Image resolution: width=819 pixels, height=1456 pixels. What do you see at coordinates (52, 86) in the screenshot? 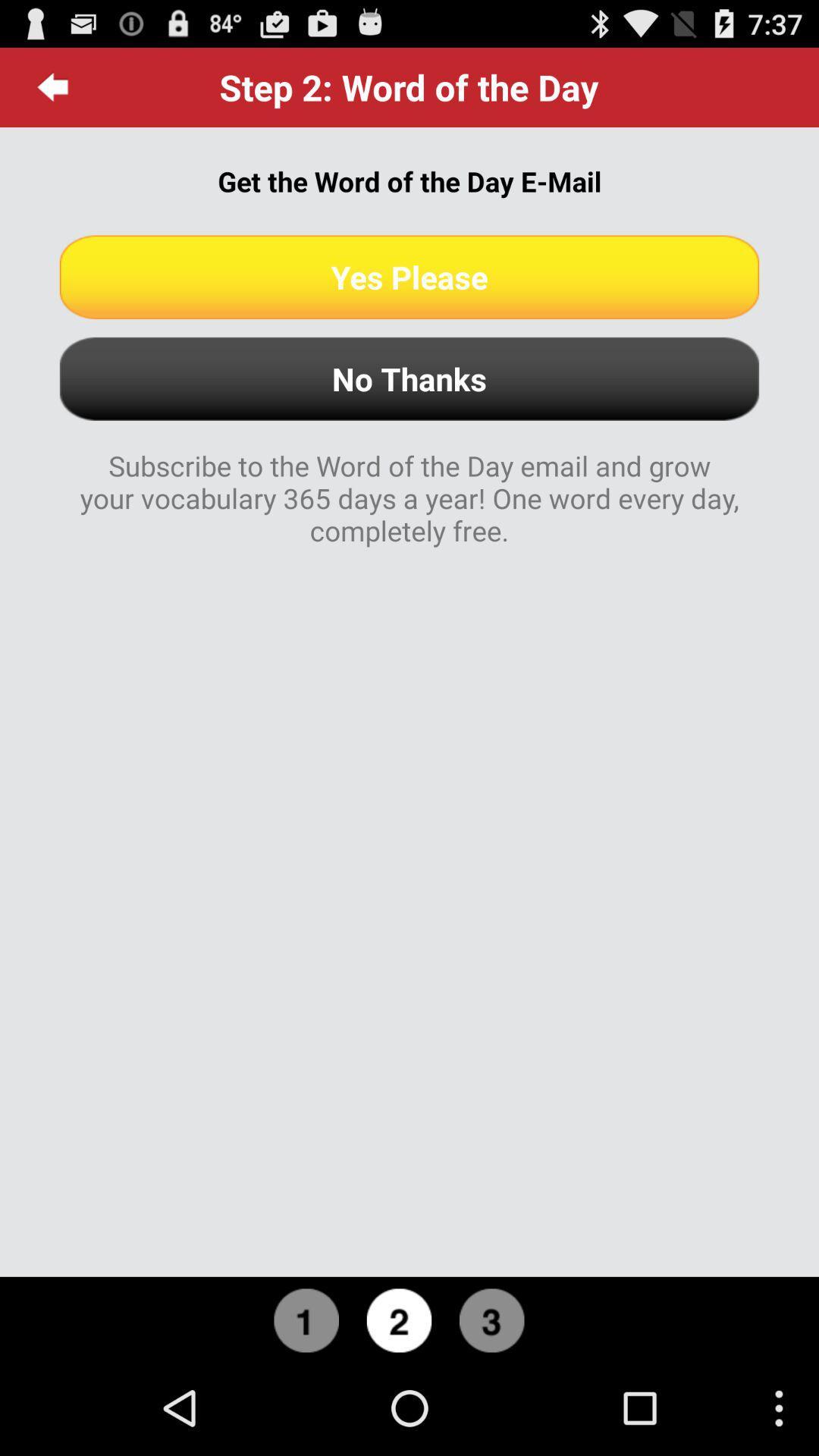
I see `icon above get the word icon` at bounding box center [52, 86].